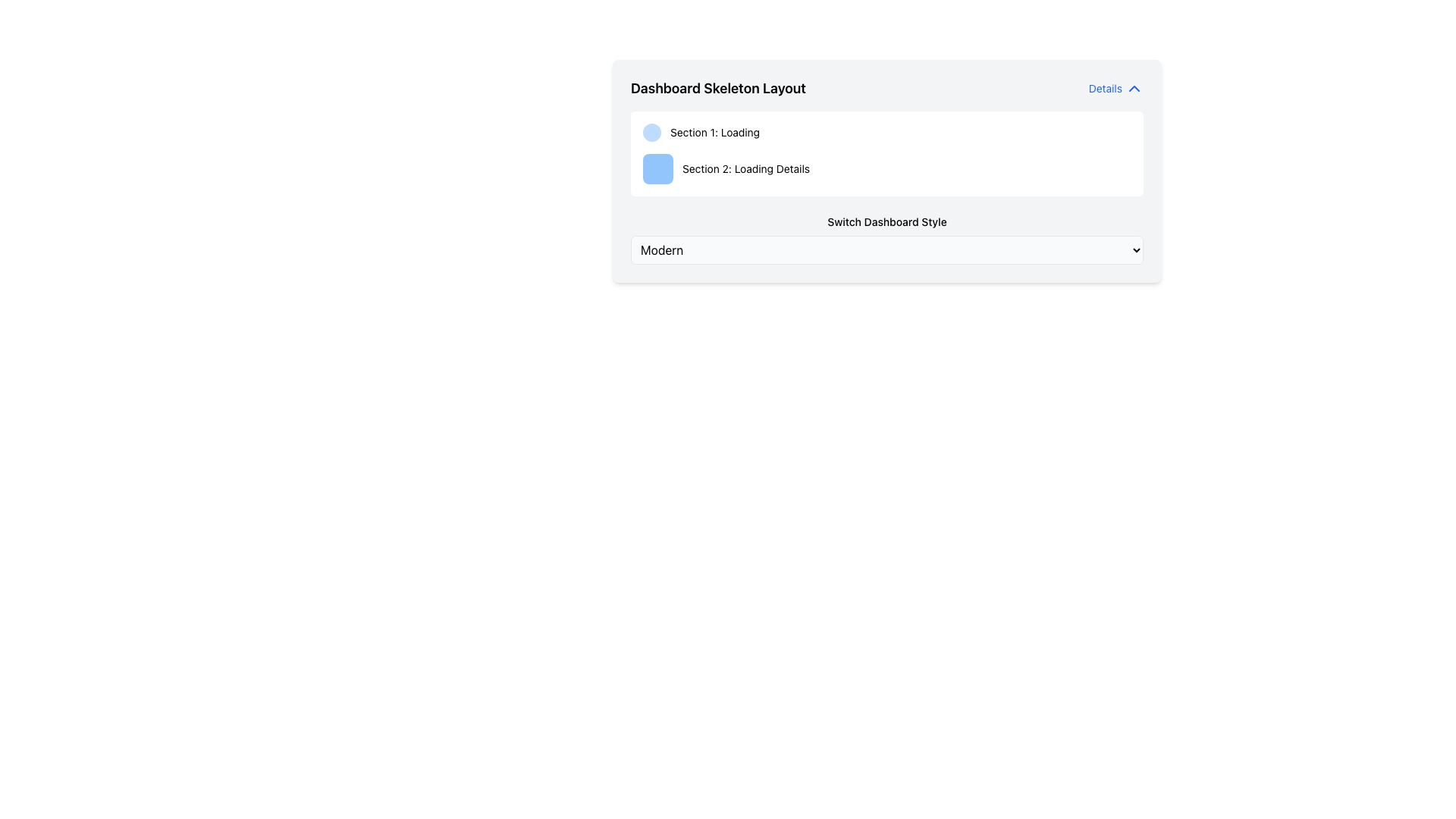 The height and width of the screenshot is (819, 1456). What do you see at coordinates (745, 169) in the screenshot?
I see `text label that reads 'Section 2: Loading Details', which is positioned to the right of a blue square icon in the second row of a list within a card` at bounding box center [745, 169].